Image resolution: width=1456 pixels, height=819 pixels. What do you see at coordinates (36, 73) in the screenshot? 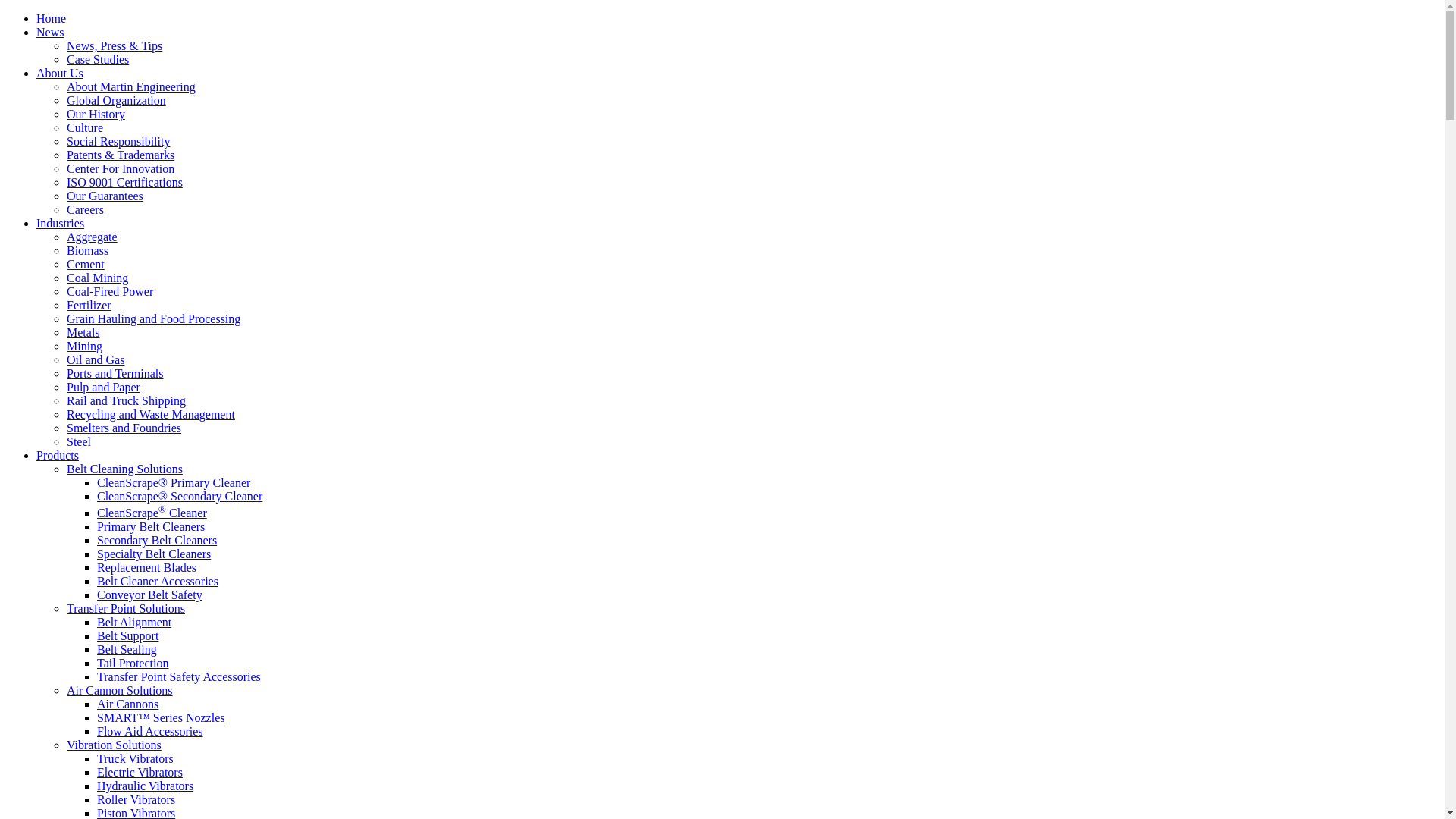
I see `'About Us'` at bounding box center [36, 73].